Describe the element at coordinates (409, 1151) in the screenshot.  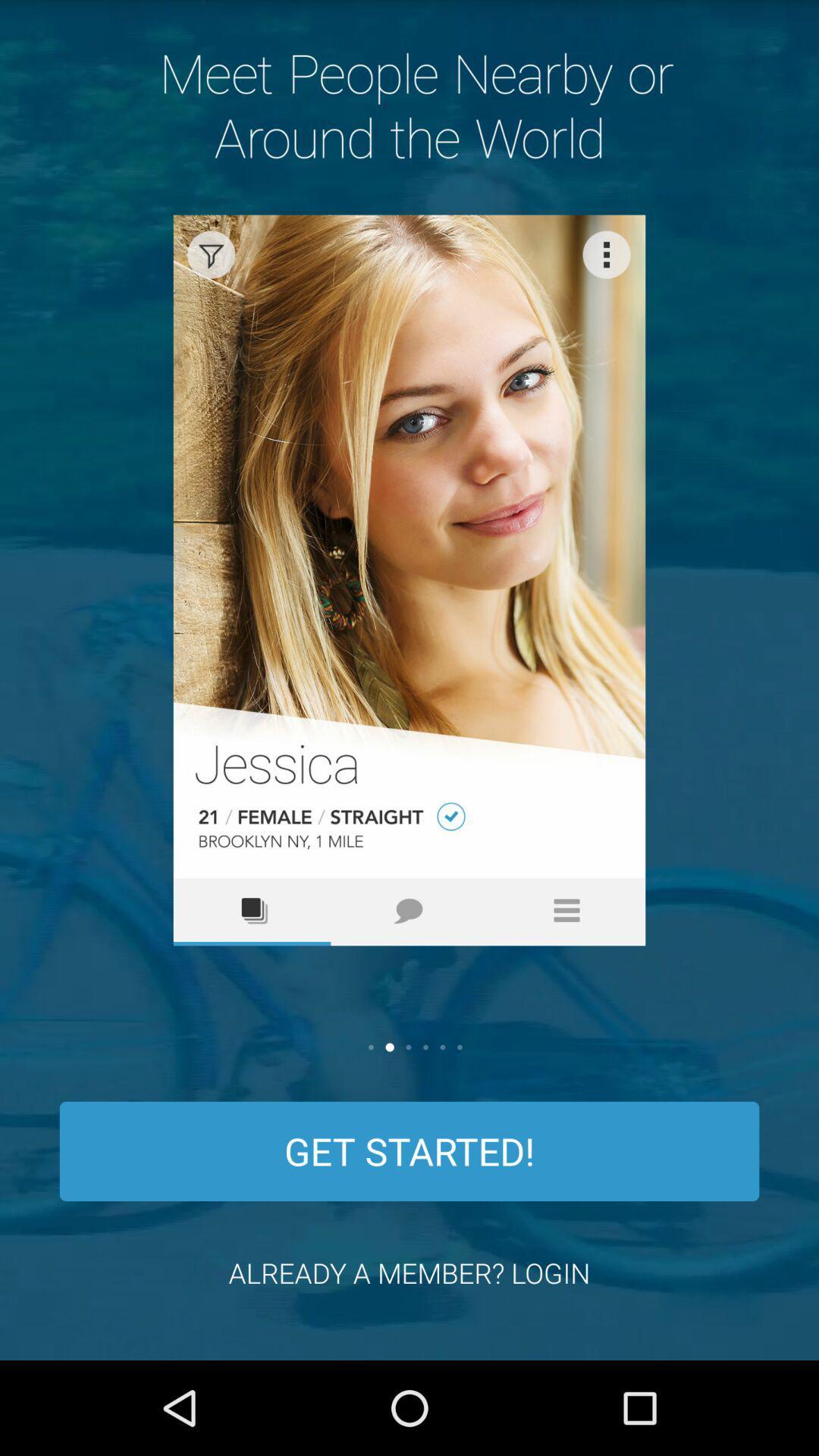
I see `the get started! item` at that location.